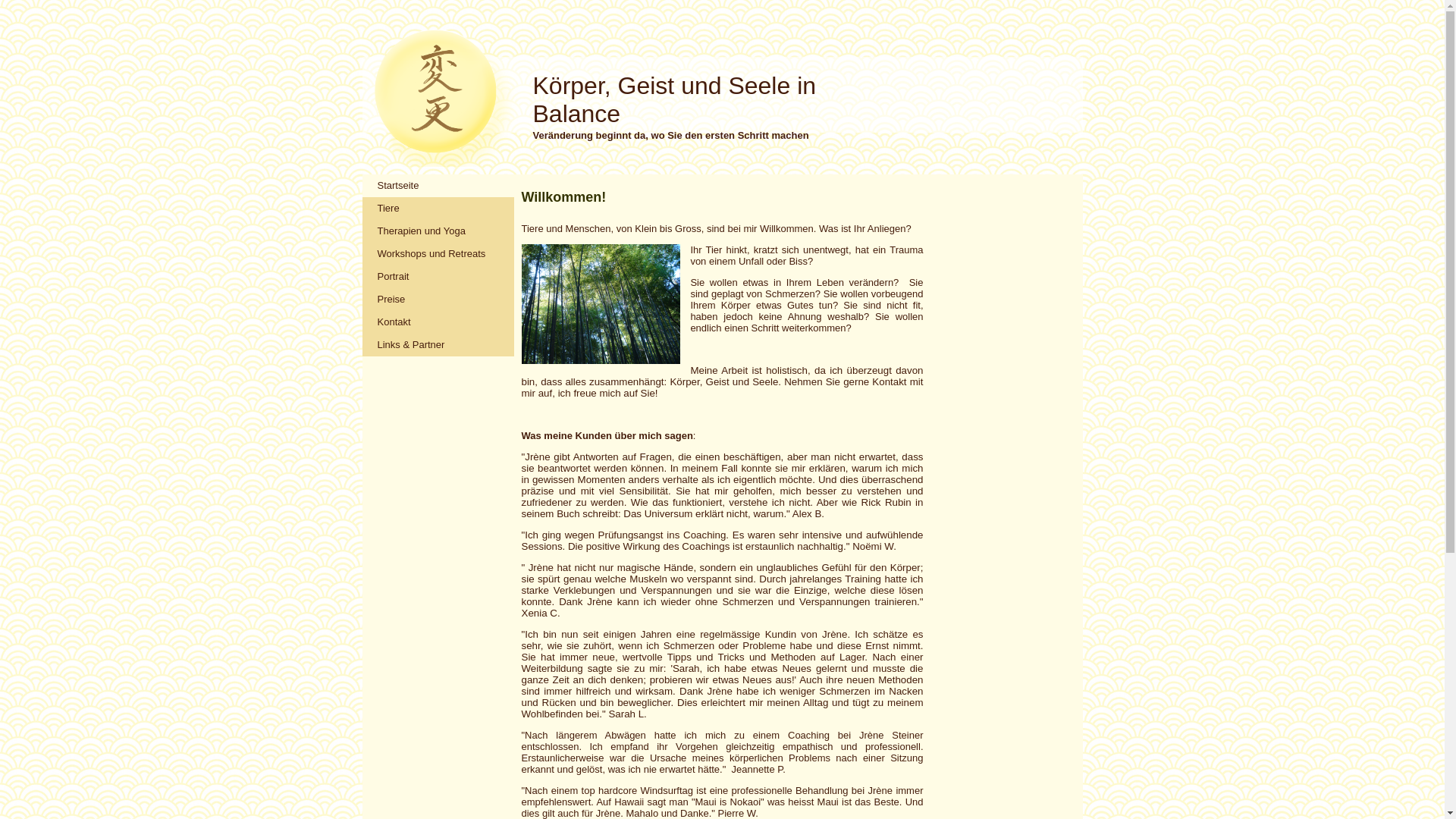 The width and height of the screenshot is (1456, 819). What do you see at coordinates (362, 277) in the screenshot?
I see `'Portrait'` at bounding box center [362, 277].